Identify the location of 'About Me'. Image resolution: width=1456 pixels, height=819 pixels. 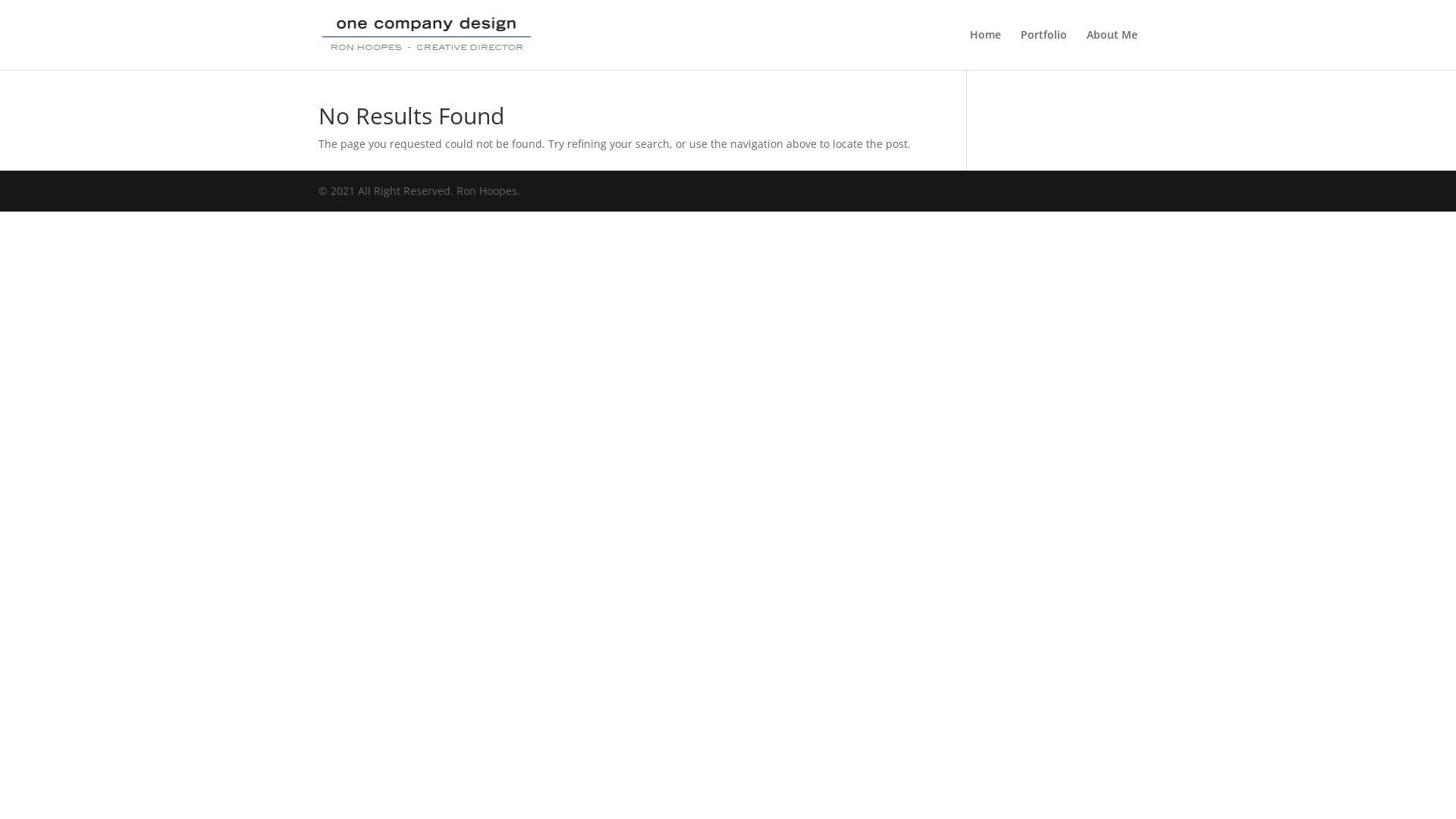
(1112, 49).